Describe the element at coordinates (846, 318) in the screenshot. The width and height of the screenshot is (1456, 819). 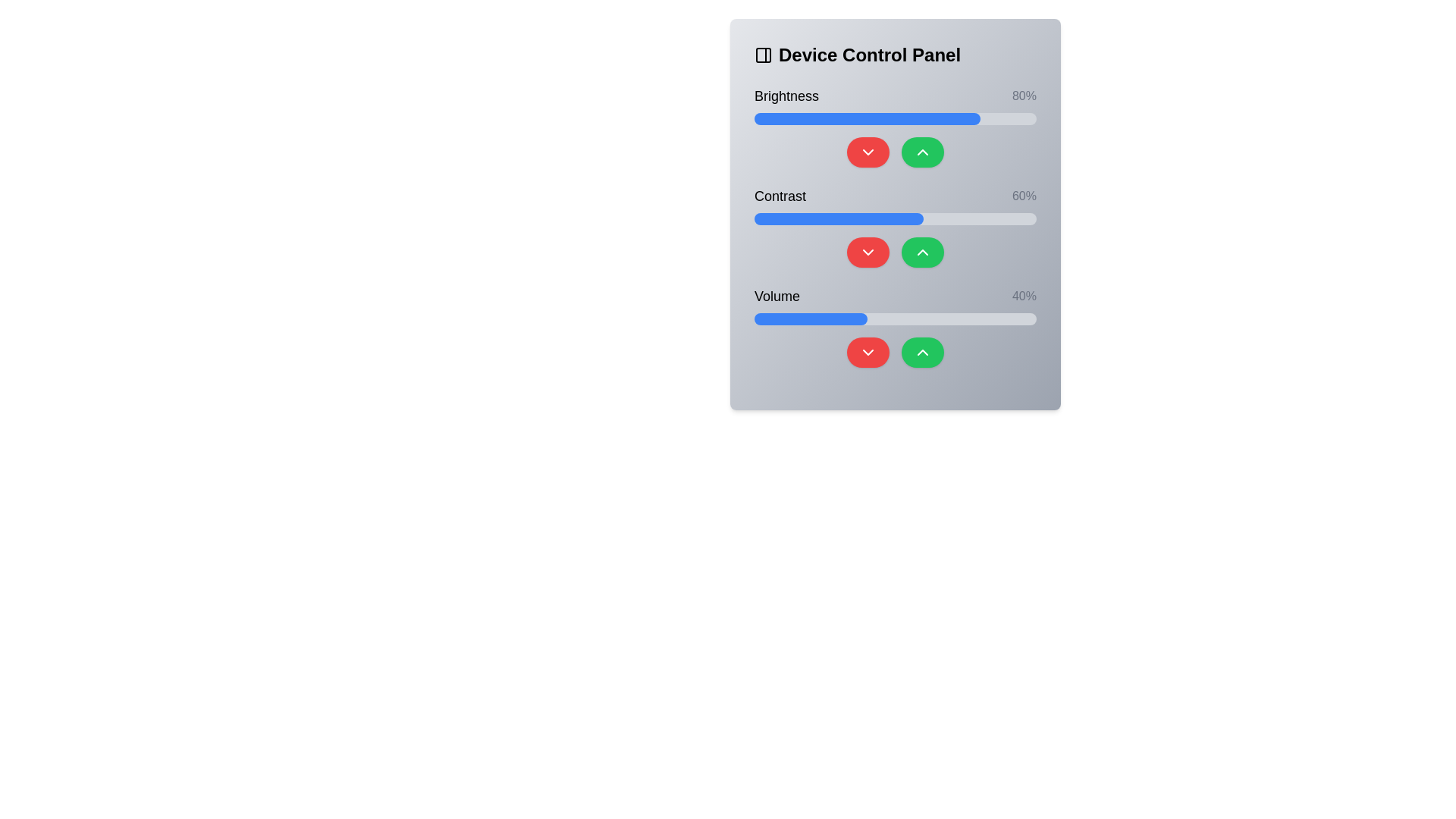
I see `the volume` at that location.